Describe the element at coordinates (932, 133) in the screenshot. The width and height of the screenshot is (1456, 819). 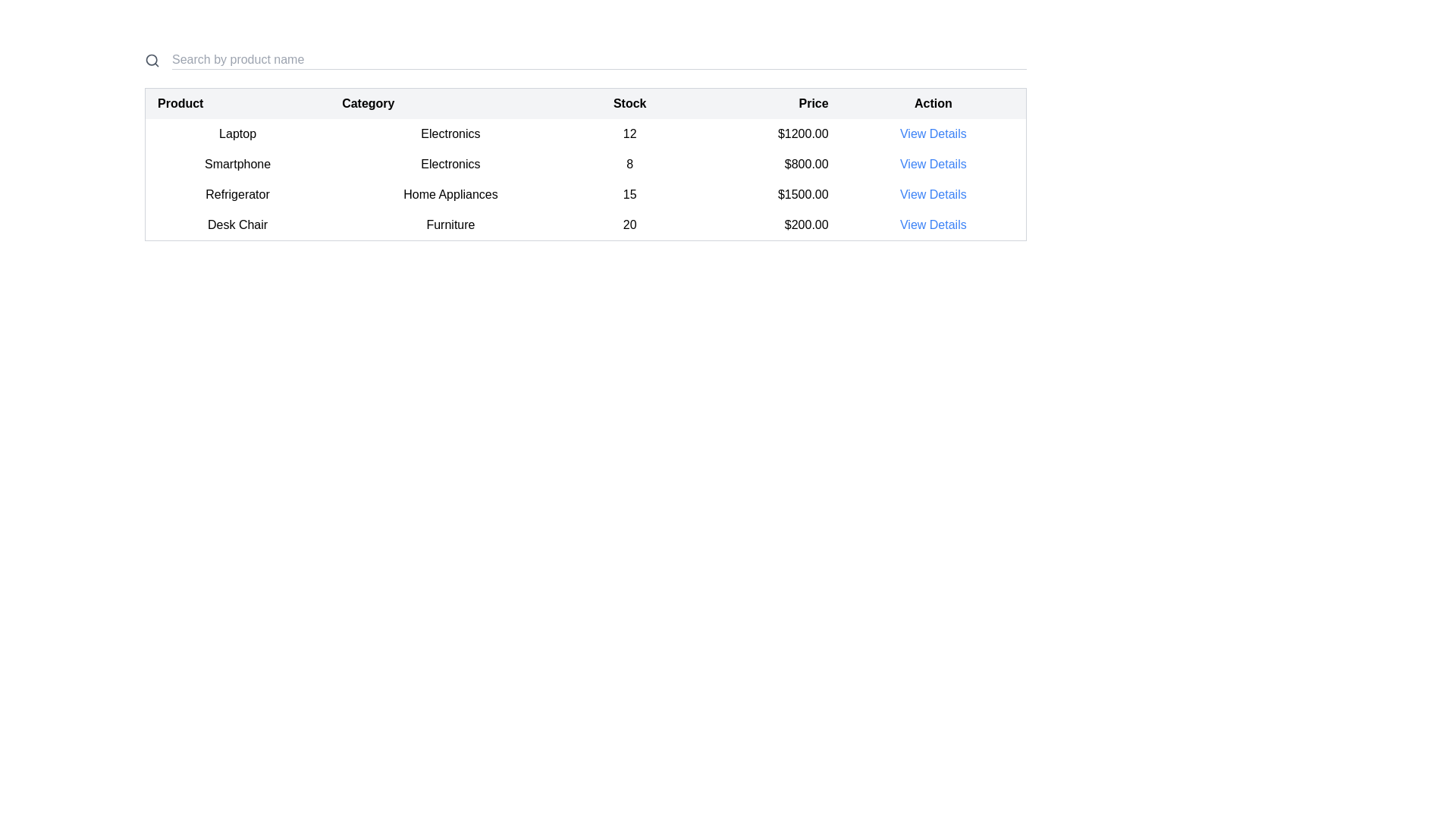
I see `the 'View Details' link in the topmost row of the 'Action' column of the table, which is adjacent to the 'Price' column displaying $1200.00 for the 'Laptop' product` at that location.